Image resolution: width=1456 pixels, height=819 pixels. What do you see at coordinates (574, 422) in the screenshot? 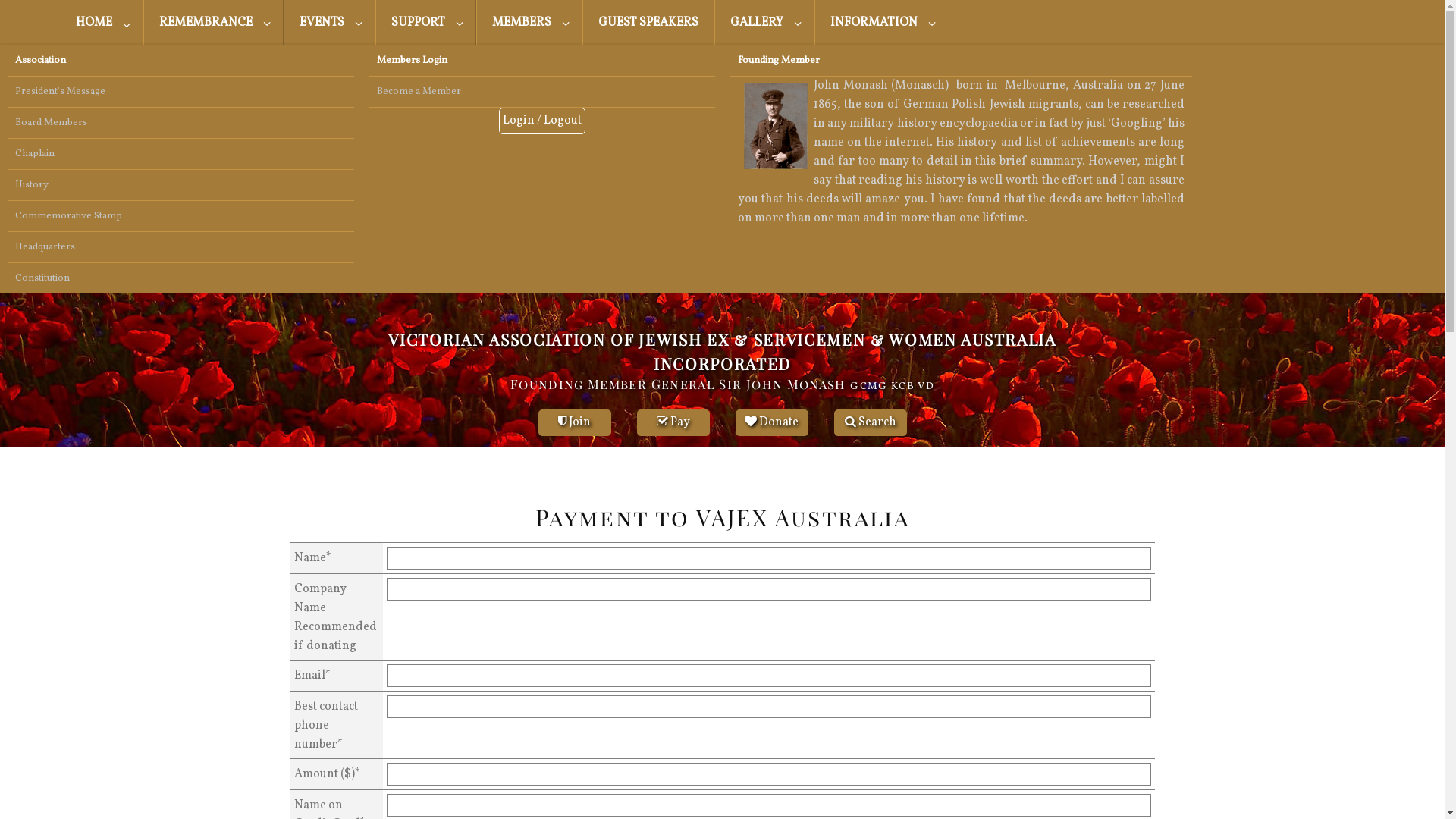
I see `'Join'` at bounding box center [574, 422].